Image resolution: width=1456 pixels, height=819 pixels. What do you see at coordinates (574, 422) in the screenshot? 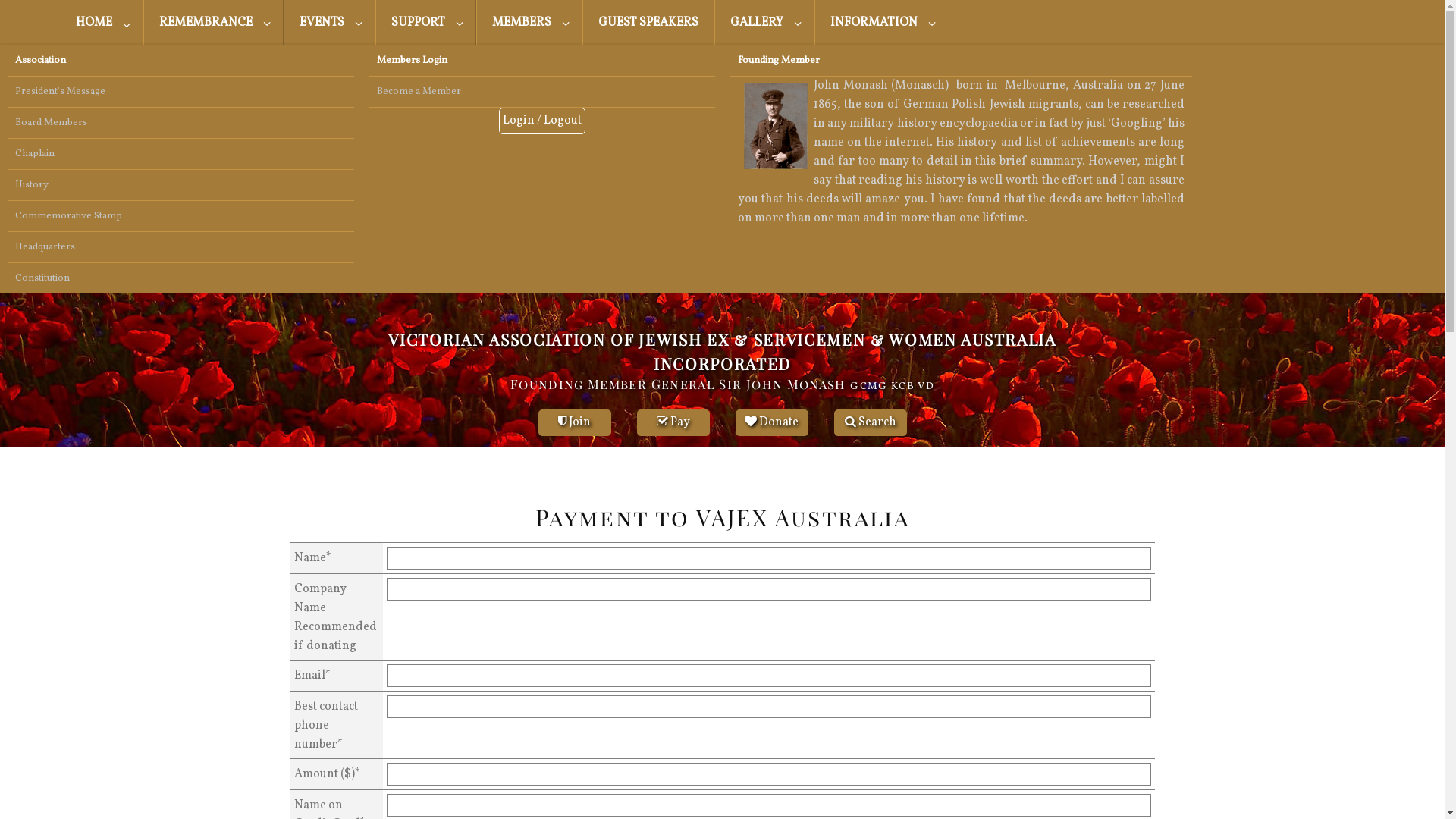
I see `'Join'` at bounding box center [574, 422].